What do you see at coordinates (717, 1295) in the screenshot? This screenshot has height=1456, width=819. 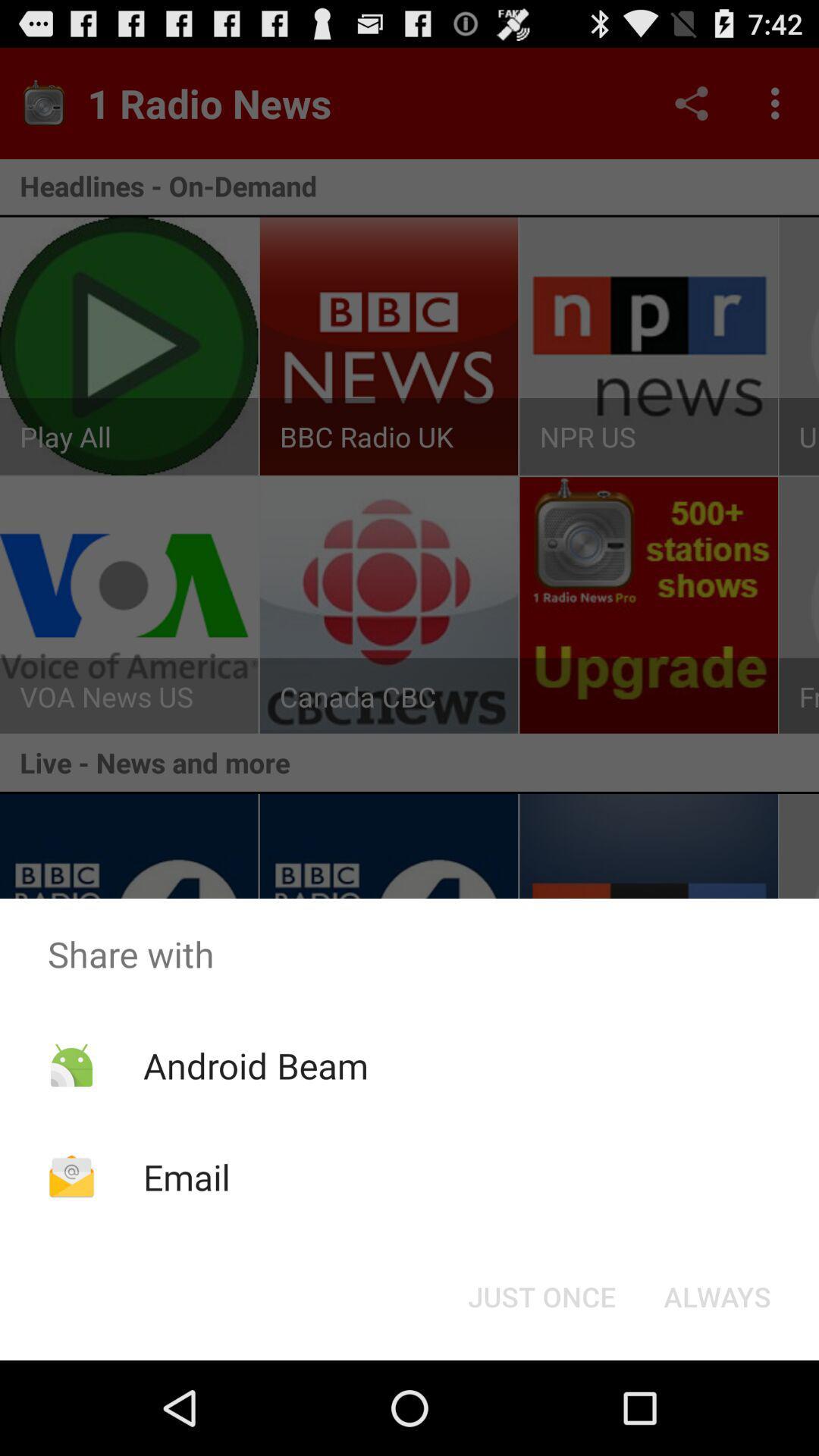 I see `icon below the share with app` at bounding box center [717, 1295].